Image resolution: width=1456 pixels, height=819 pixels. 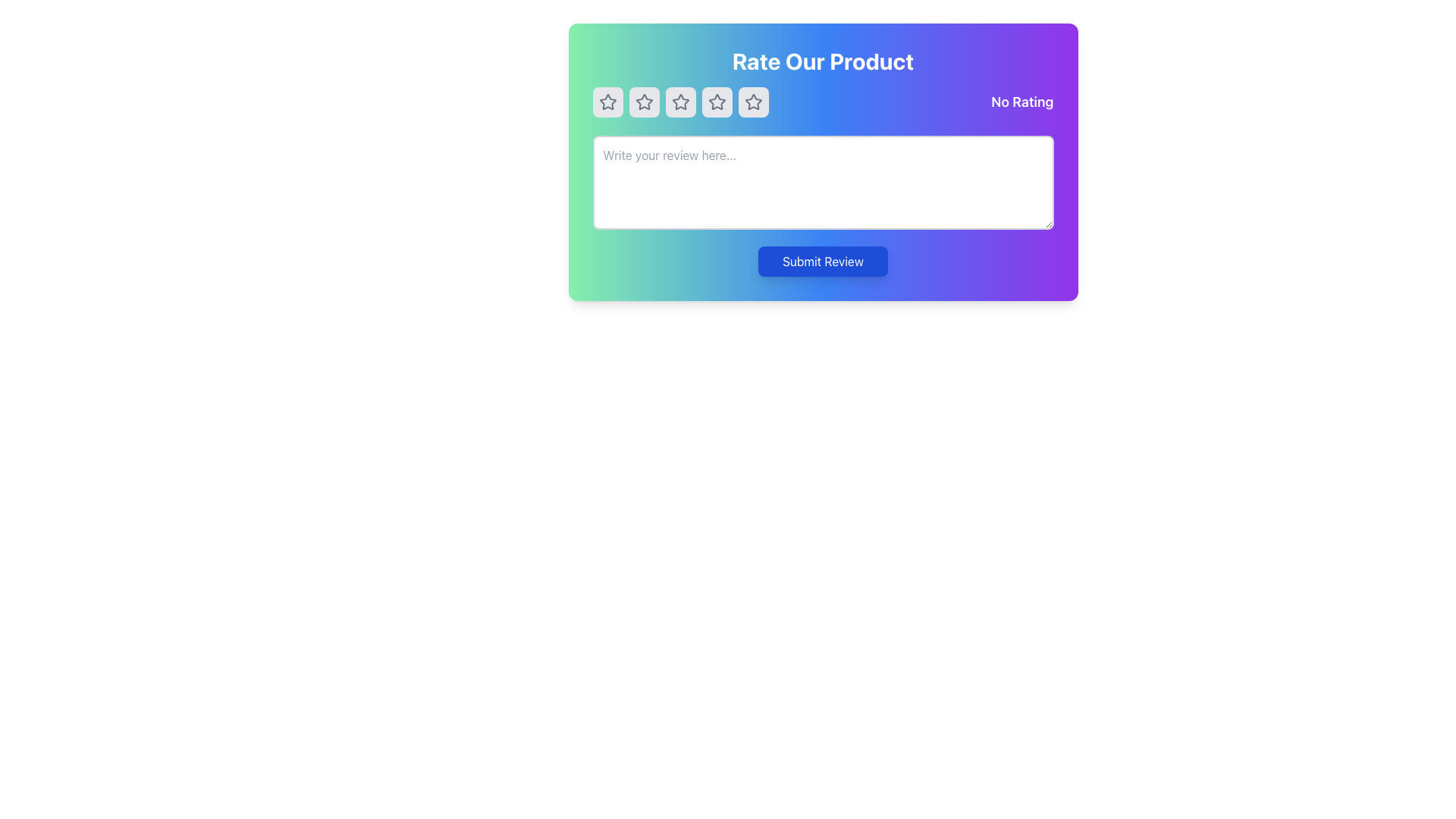 I want to click on the 'Submit Review' button, so click(x=822, y=260).